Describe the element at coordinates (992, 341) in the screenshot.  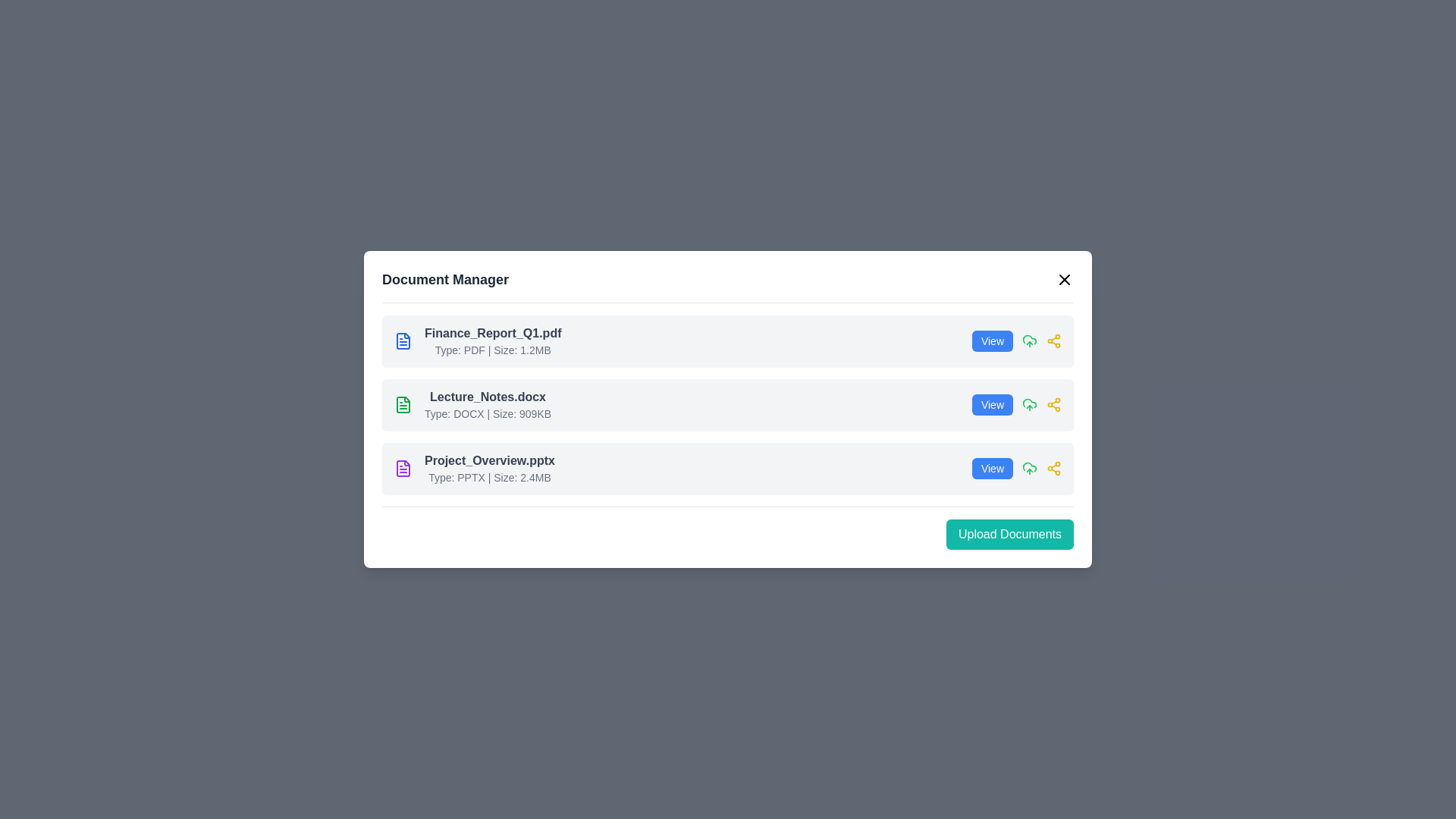
I see `the first button in the horizontal group` at that location.